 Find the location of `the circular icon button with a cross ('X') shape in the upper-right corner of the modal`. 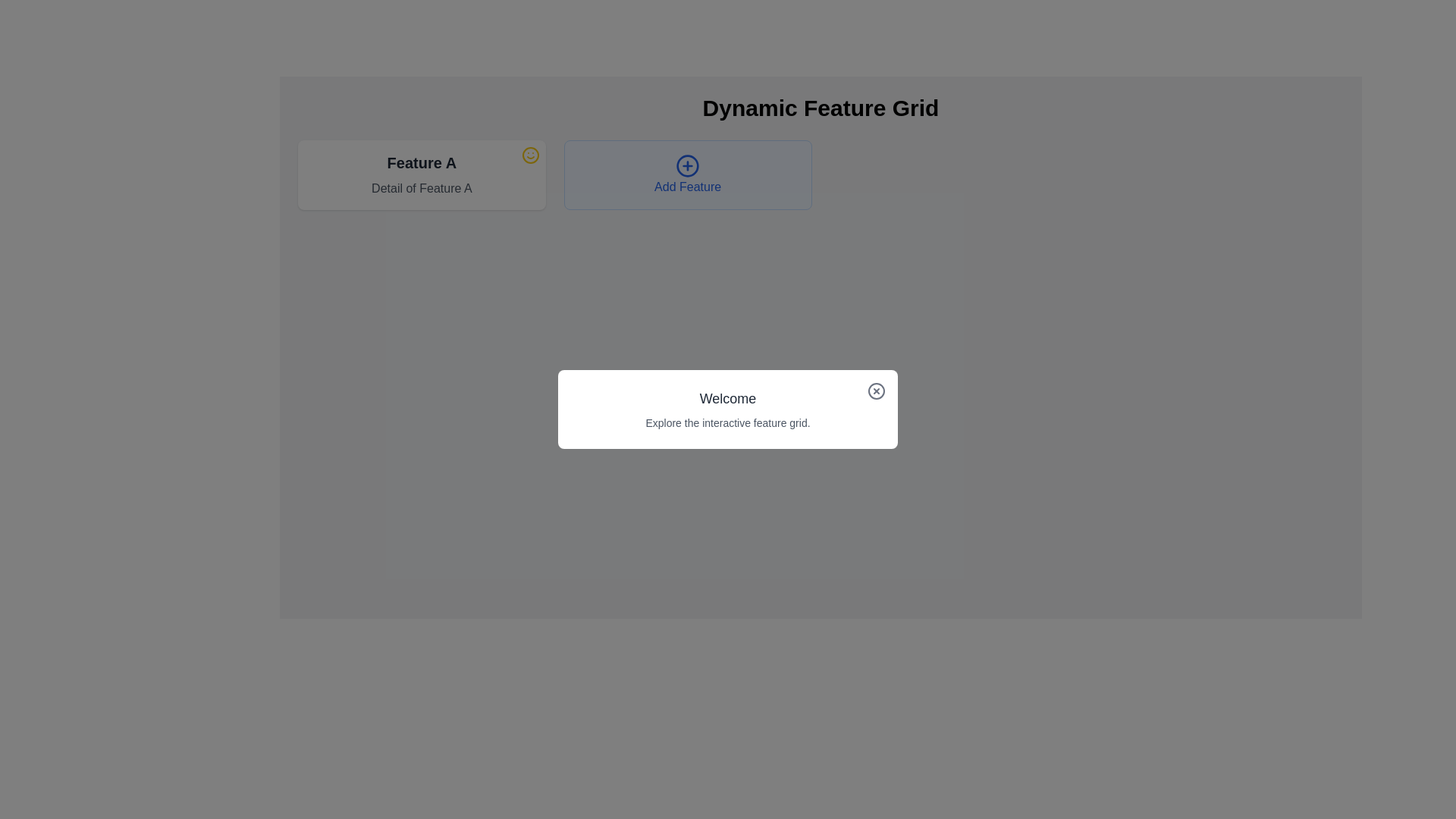

the circular icon button with a cross ('X') shape in the upper-right corner of the modal is located at coordinates (877, 391).